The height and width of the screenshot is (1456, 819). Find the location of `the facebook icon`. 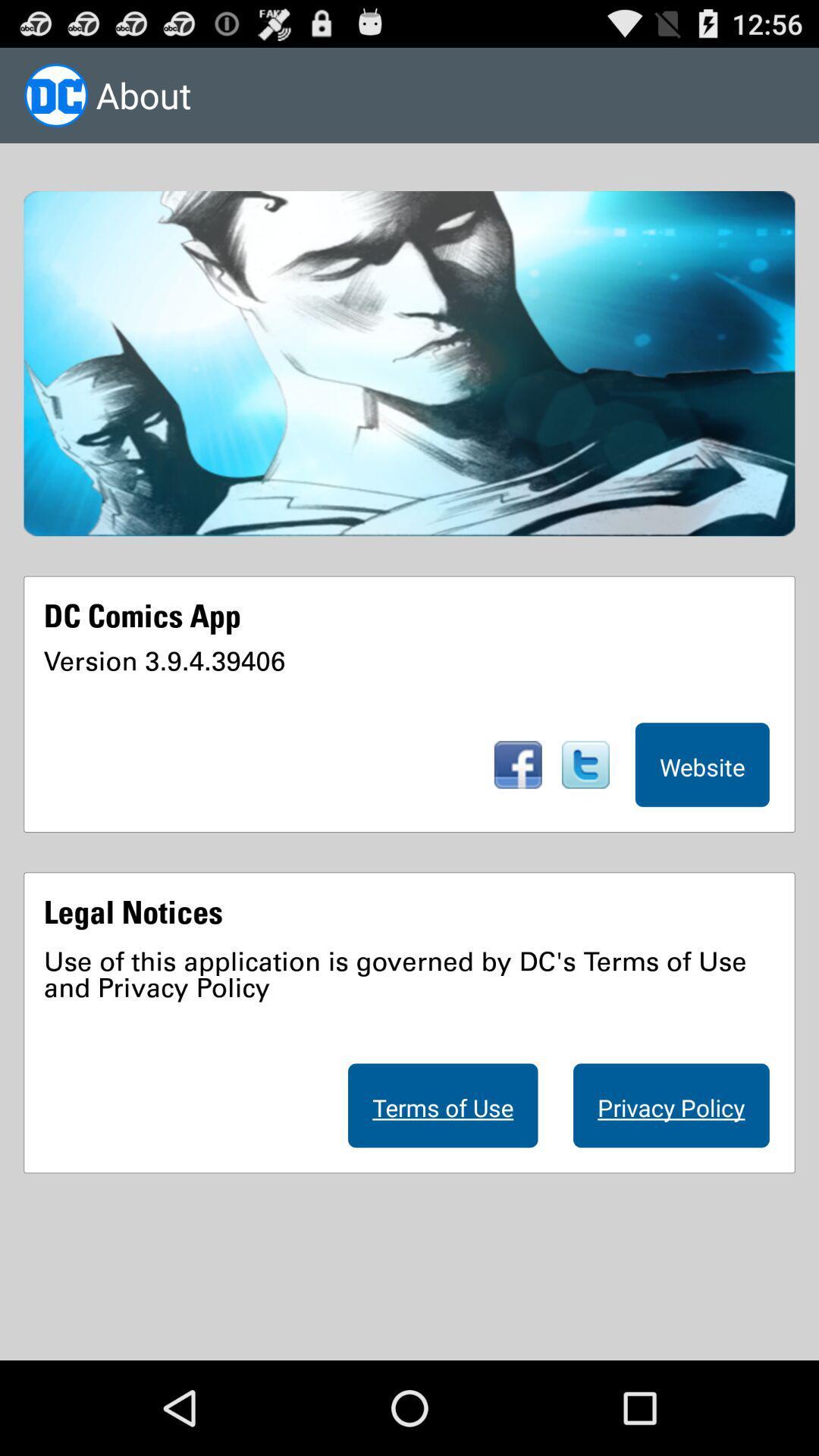

the facebook icon is located at coordinates (517, 817).